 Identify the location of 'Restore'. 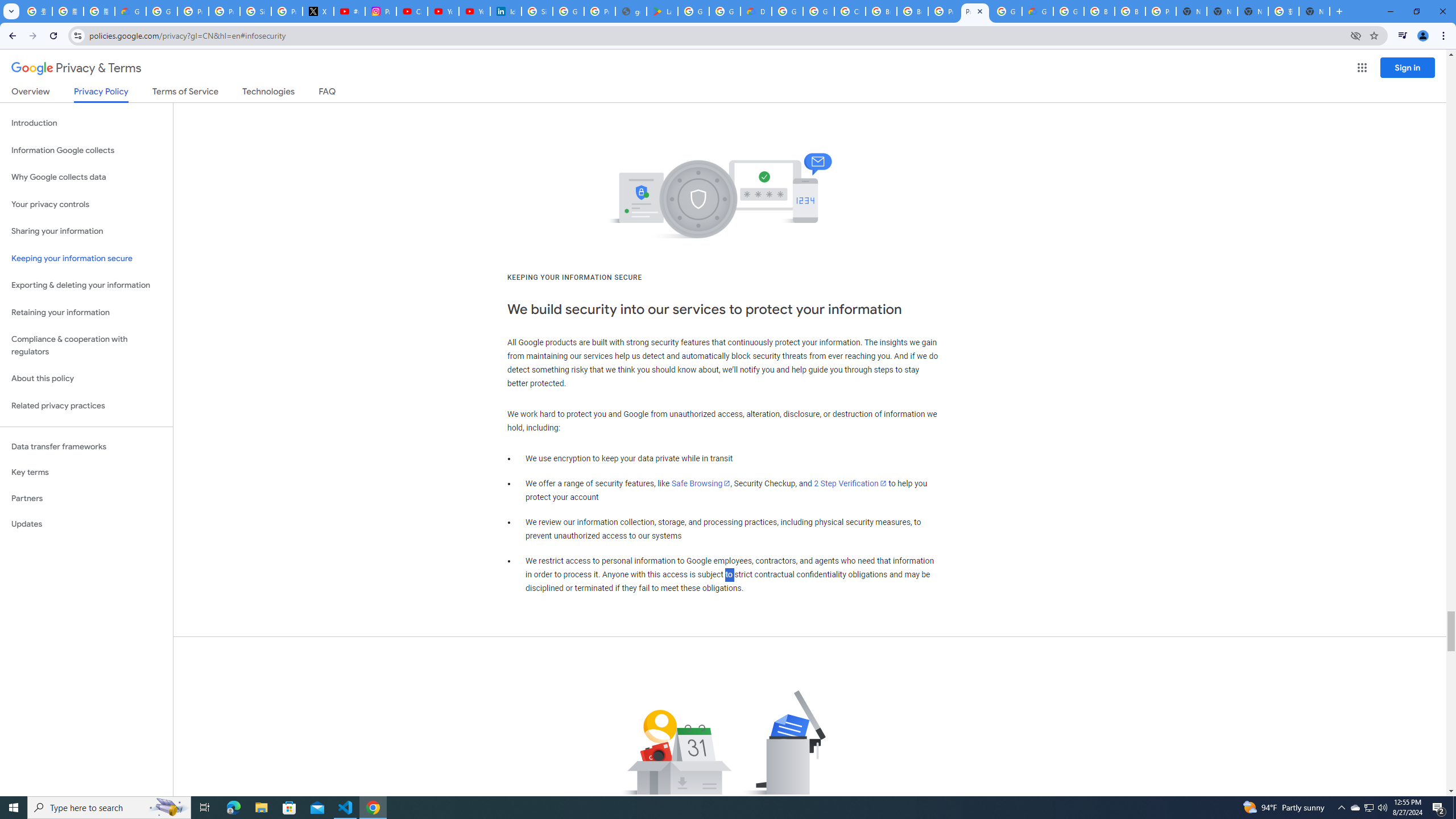
(1416, 11).